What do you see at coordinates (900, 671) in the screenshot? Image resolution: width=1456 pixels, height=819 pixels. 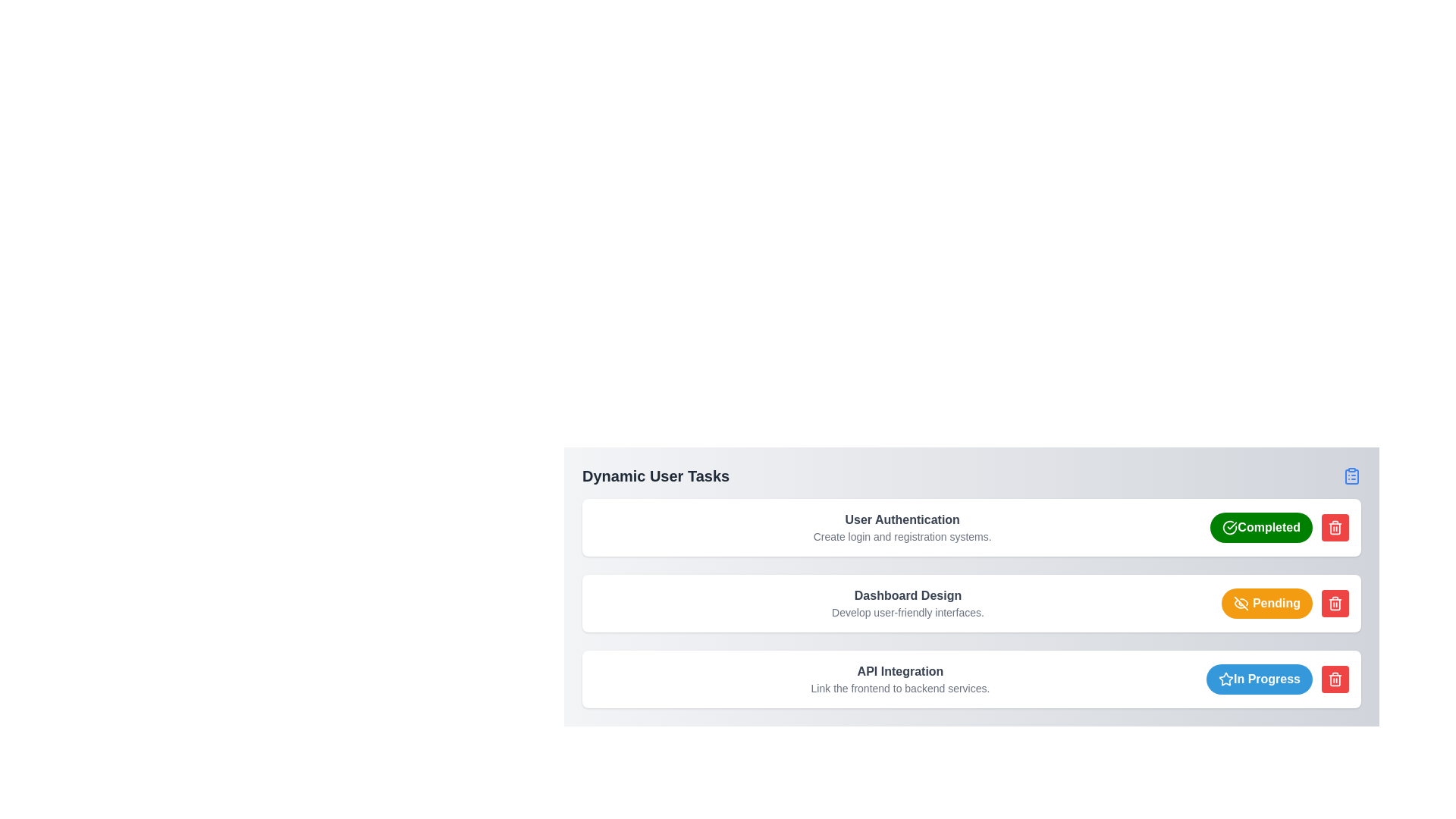 I see `the 'API Integration' text heading, which is bold and dark gray` at bounding box center [900, 671].